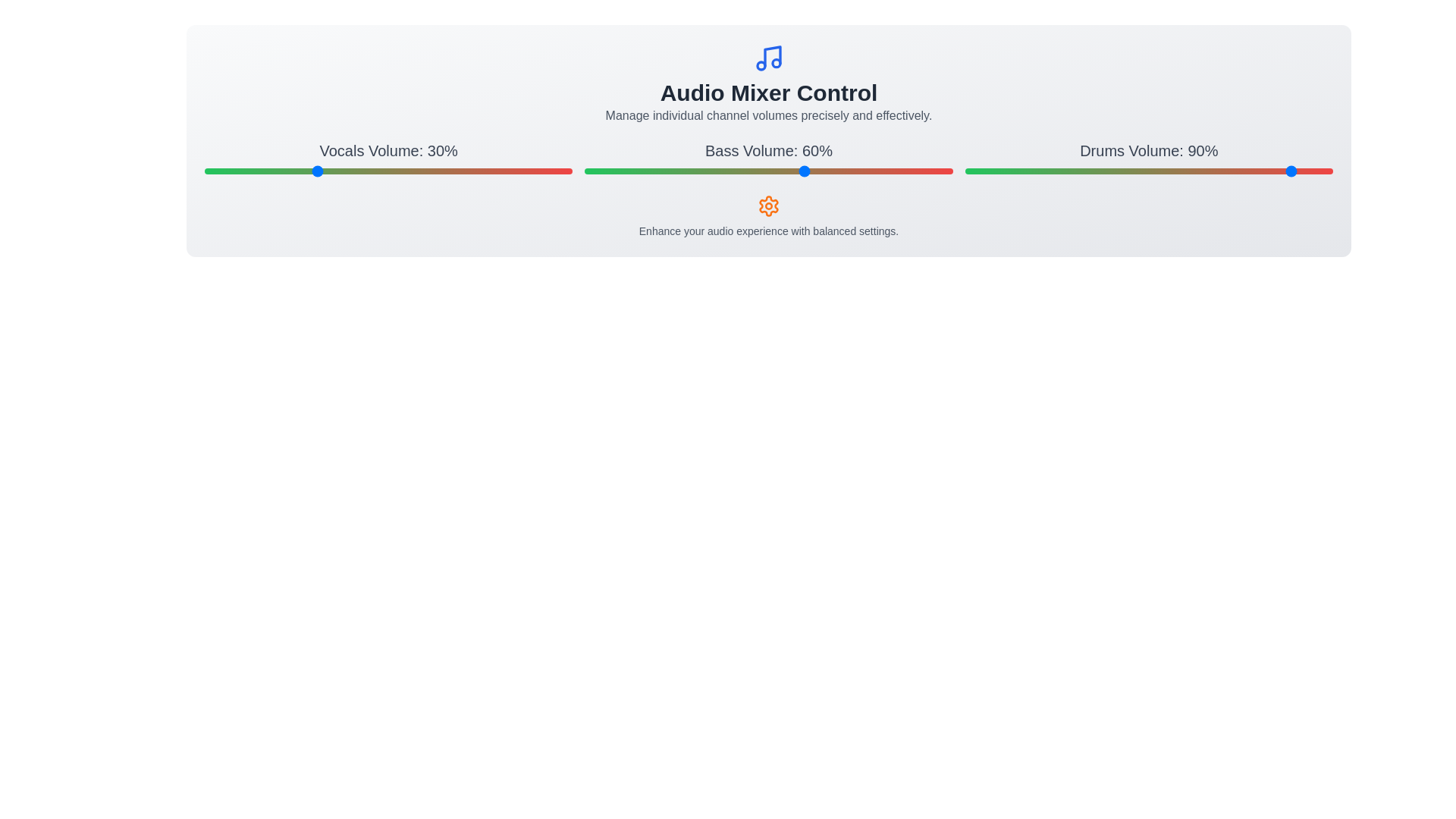 The width and height of the screenshot is (1456, 819). I want to click on the music icon to interact with it, so click(768, 58).